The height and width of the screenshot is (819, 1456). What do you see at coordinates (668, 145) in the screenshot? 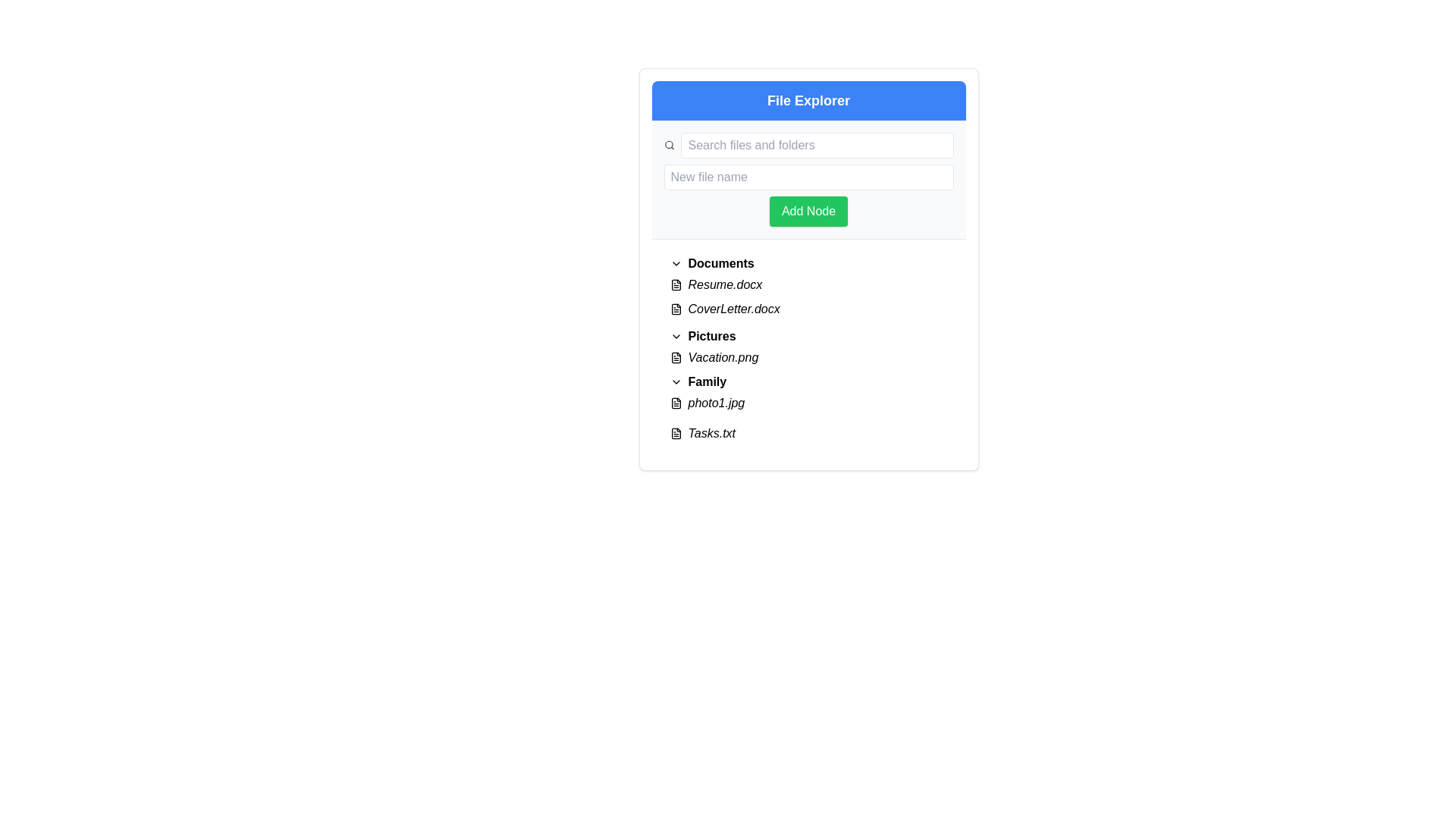
I see `the circular icon component within the SVG search icon located at the top of the interface, next to the 'Search files and folders' input box` at bounding box center [668, 145].